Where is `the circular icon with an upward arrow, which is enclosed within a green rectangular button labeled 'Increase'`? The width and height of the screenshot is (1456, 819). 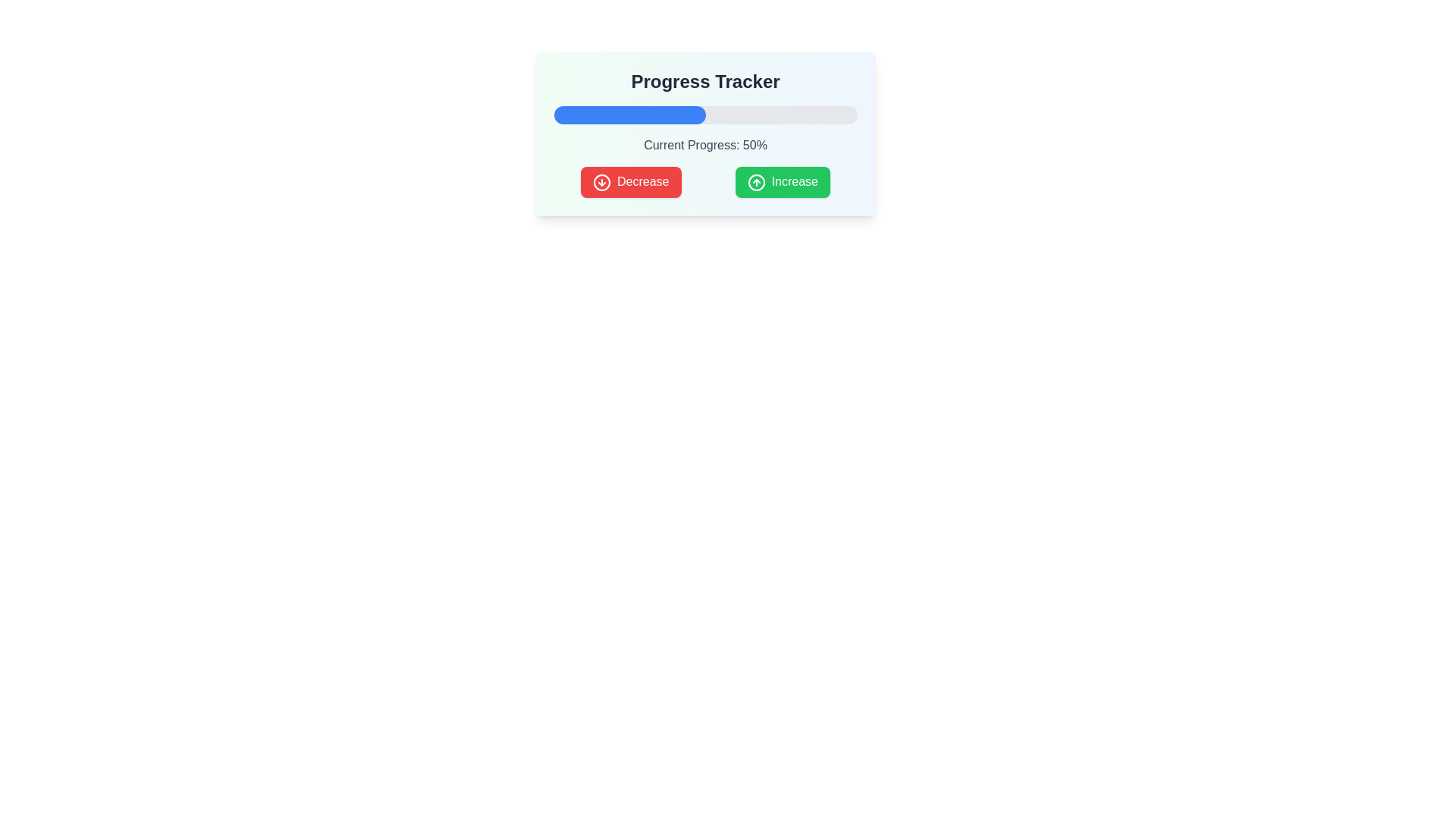
the circular icon with an upward arrow, which is enclosed within a green rectangular button labeled 'Increase' is located at coordinates (756, 181).